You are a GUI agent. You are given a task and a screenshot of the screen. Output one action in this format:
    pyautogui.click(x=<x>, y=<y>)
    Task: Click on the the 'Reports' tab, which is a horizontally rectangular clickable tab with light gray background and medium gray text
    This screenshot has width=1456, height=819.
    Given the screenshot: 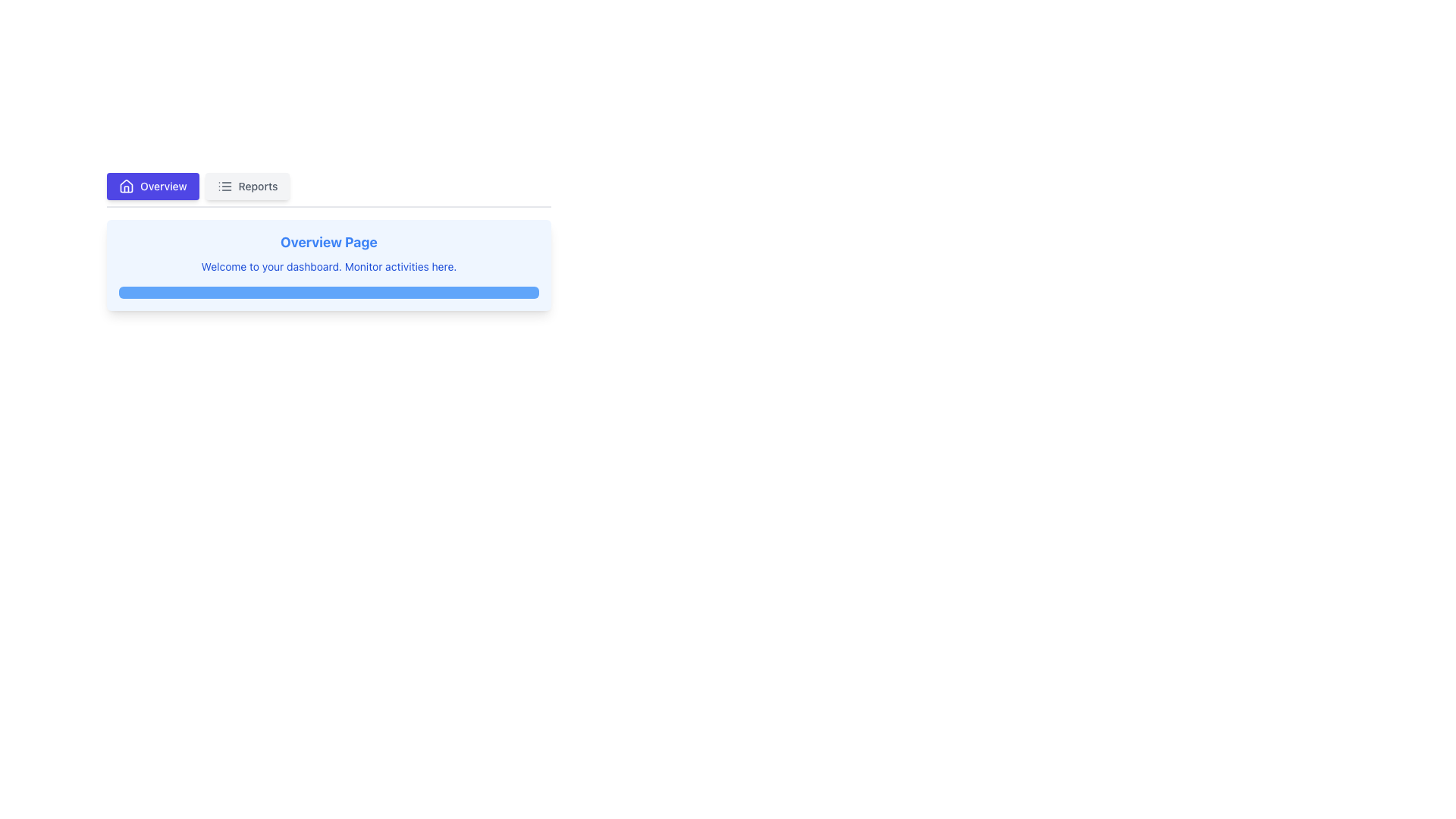 What is the action you would take?
    pyautogui.click(x=247, y=186)
    